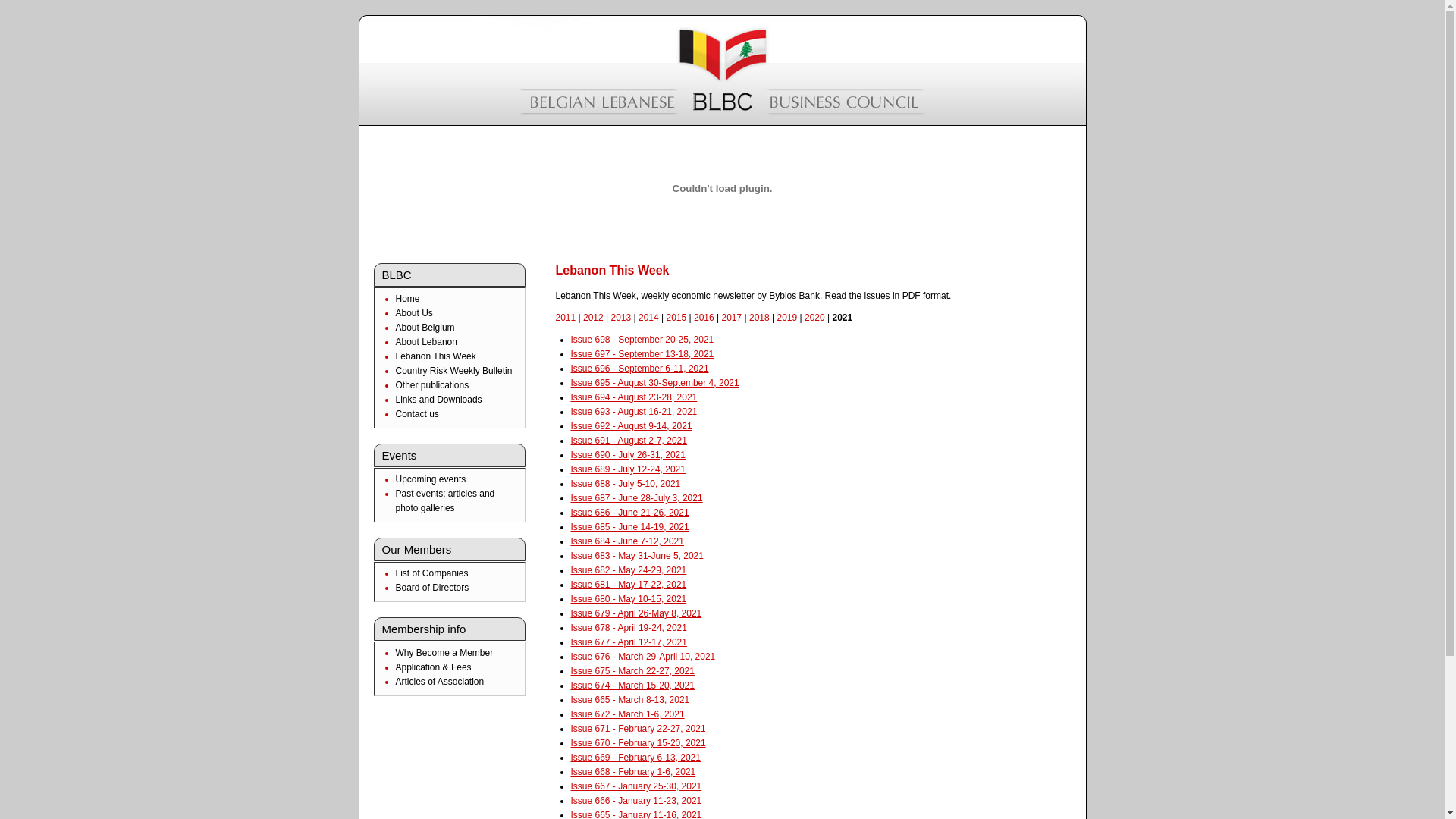 The height and width of the screenshot is (819, 1456). What do you see at coordinates (570, 628) in the screenshot?
I see `'Issue 678 - April 19-24, 2021'` at bounding box center [570, 628].